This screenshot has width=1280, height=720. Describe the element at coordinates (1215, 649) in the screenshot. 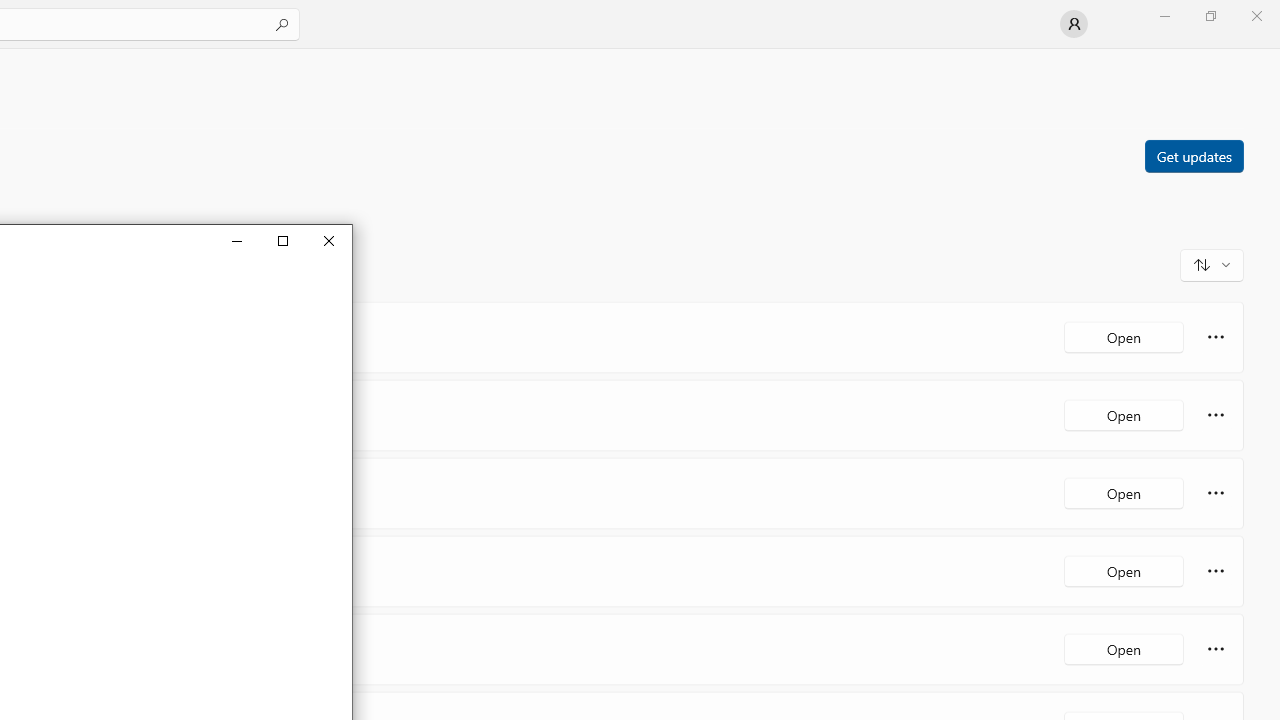

I see `'More options'` at that location.